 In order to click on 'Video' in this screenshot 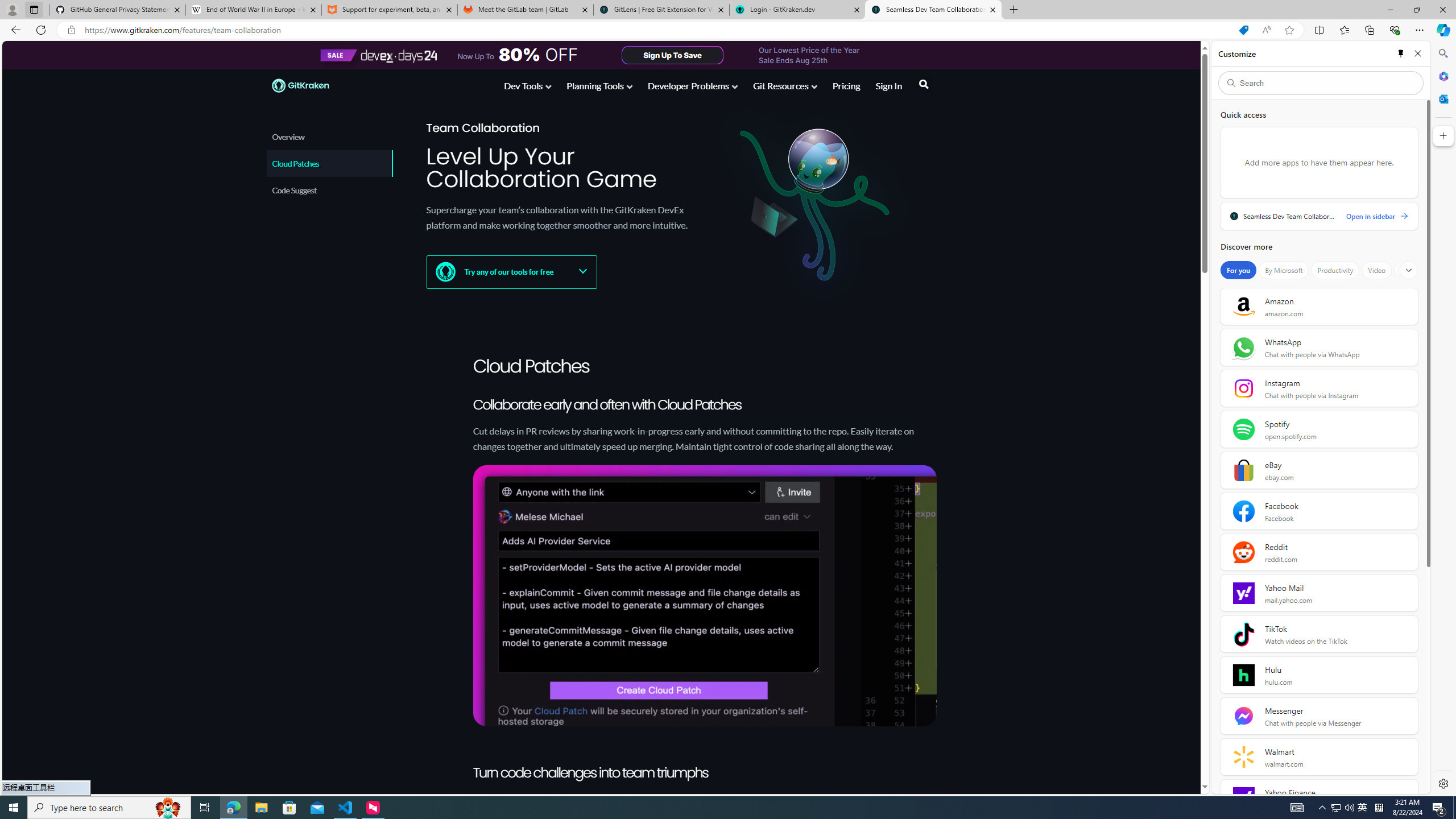, I will do `click(1376, 270)`.